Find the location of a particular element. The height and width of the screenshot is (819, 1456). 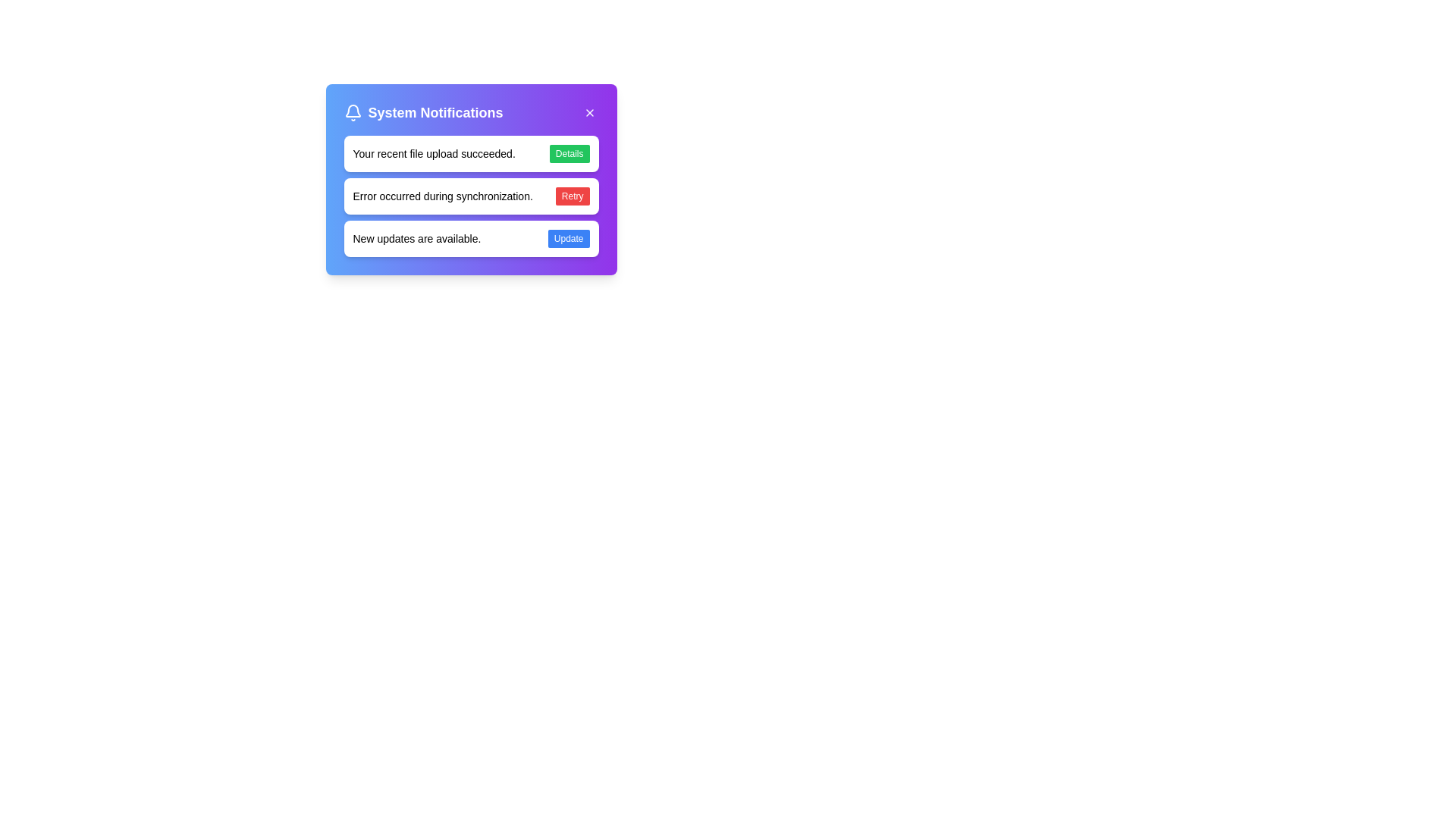

the bold, large-sized text label displaying 'System Notifications' which is aligned on a purple gradient background, located in the top section of the interface is located at coordinates (435, 112).